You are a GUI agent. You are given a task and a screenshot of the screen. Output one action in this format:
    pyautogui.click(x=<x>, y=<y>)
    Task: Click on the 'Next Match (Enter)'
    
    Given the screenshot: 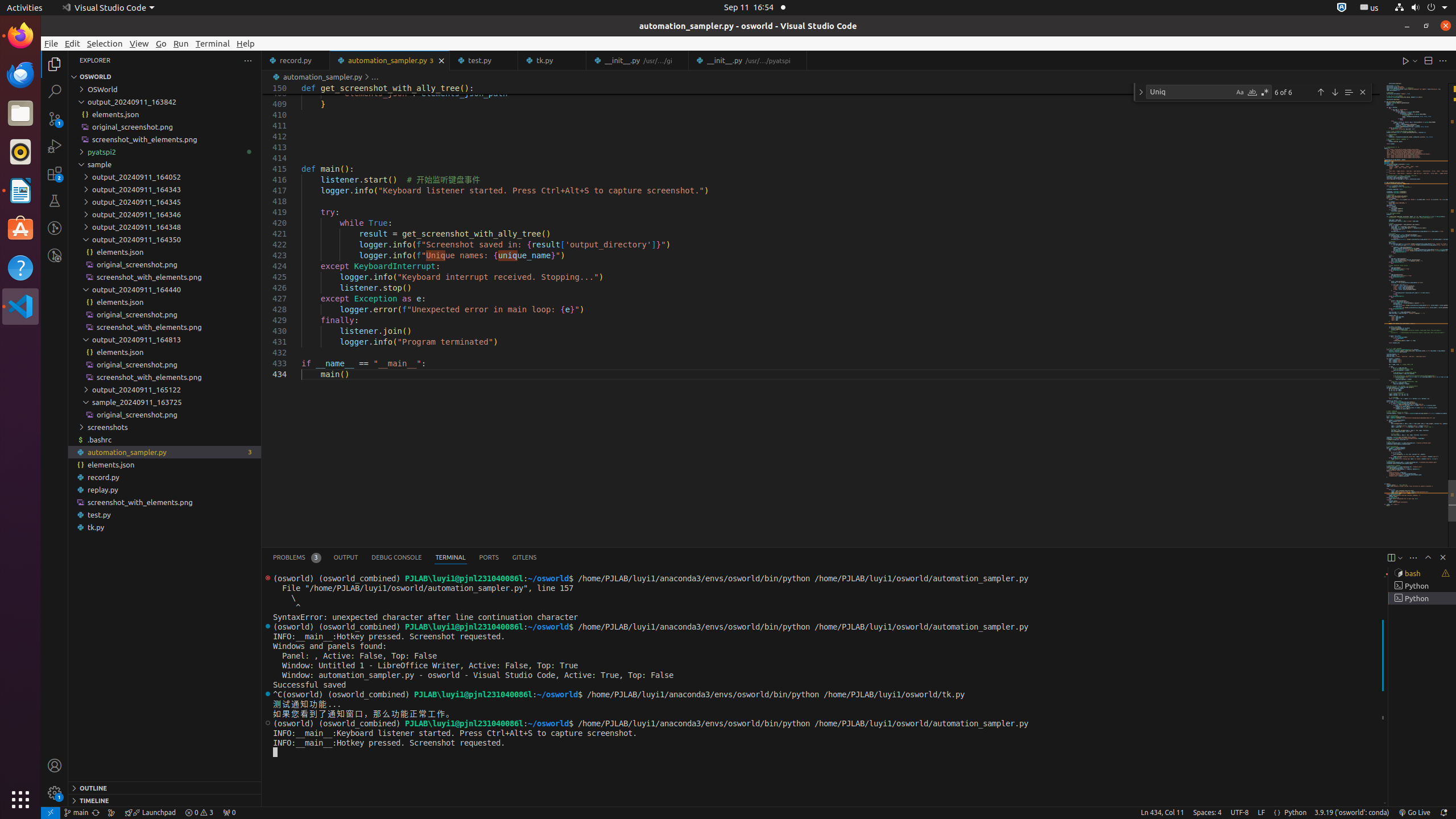 What is the action you would take?
    pyautogui.click(x=1335, y=91)
    